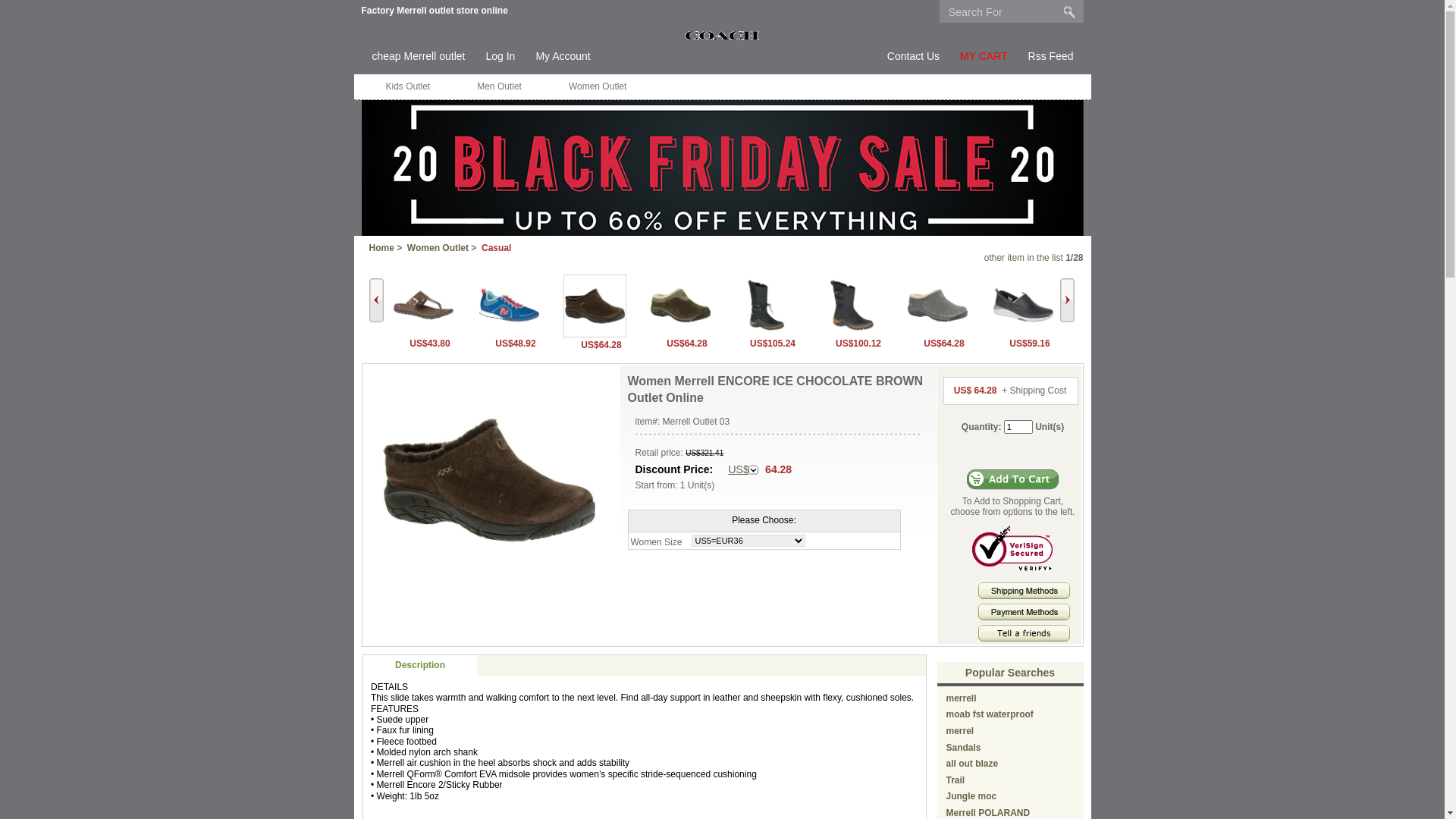 The image size is (1456, 819). What do you see at coordinates (984, 55) in the screenshot?
I see `'MY CART'` at bounding box center [984, 55].